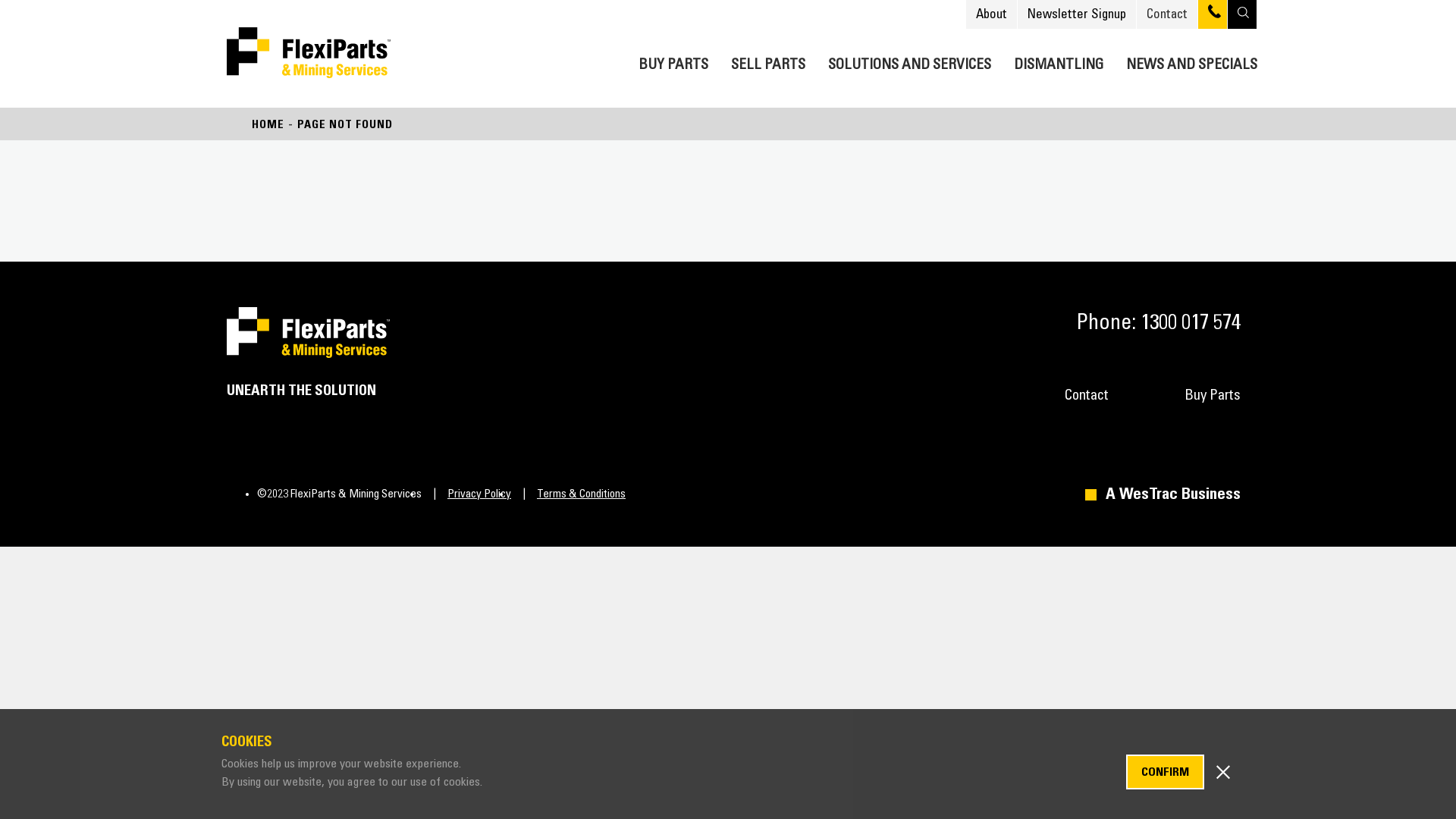 This screenshot has height=819, width=1456. What do you see at coordinates (767, 61) in the screenshot?
I see `'SELL PARTS'` at bounding box center [767, 61].